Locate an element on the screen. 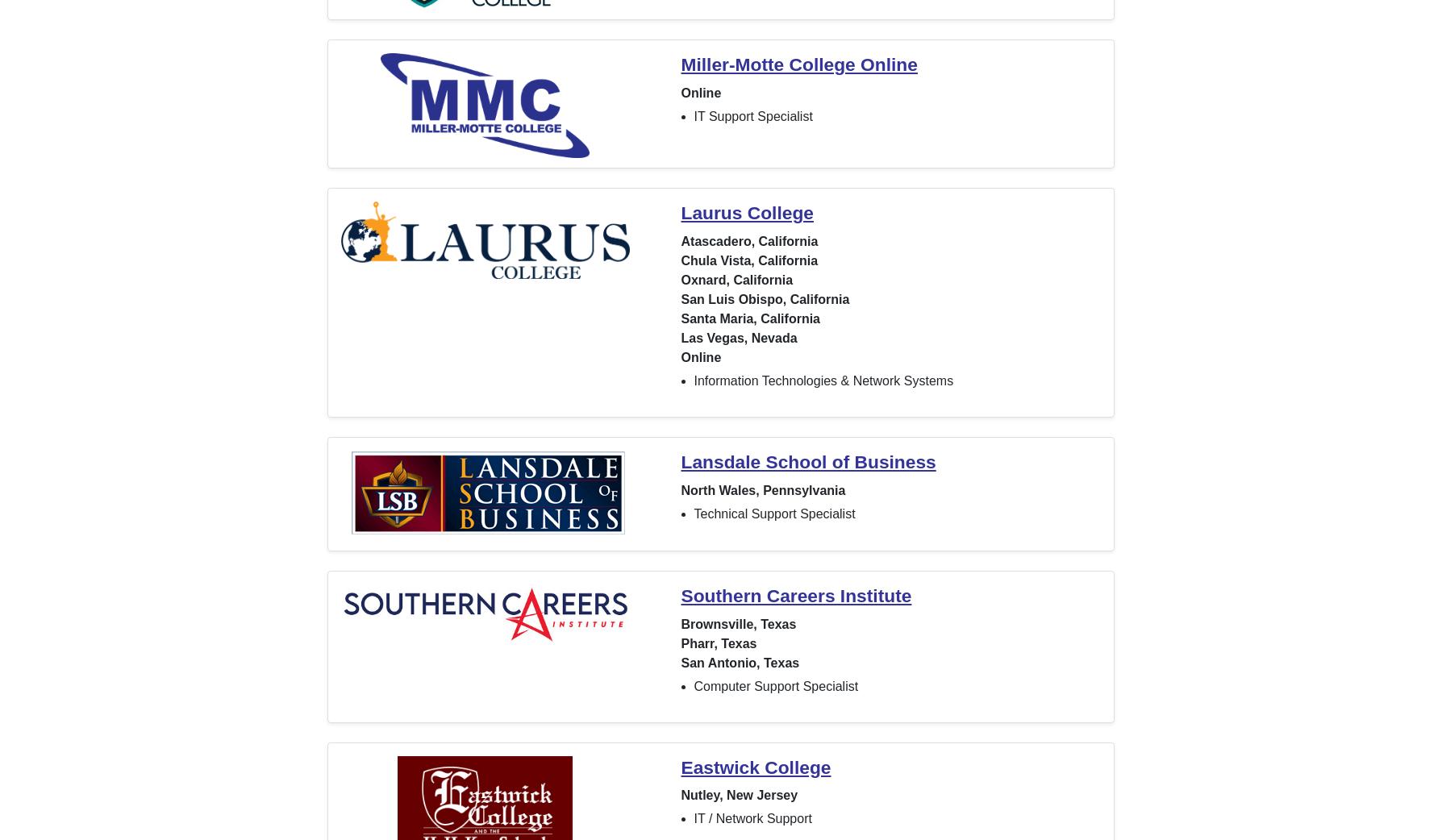 The width and height of the screenshot is (1442, 840). 'IT / Network Support' is located at coordinates (752, 818).